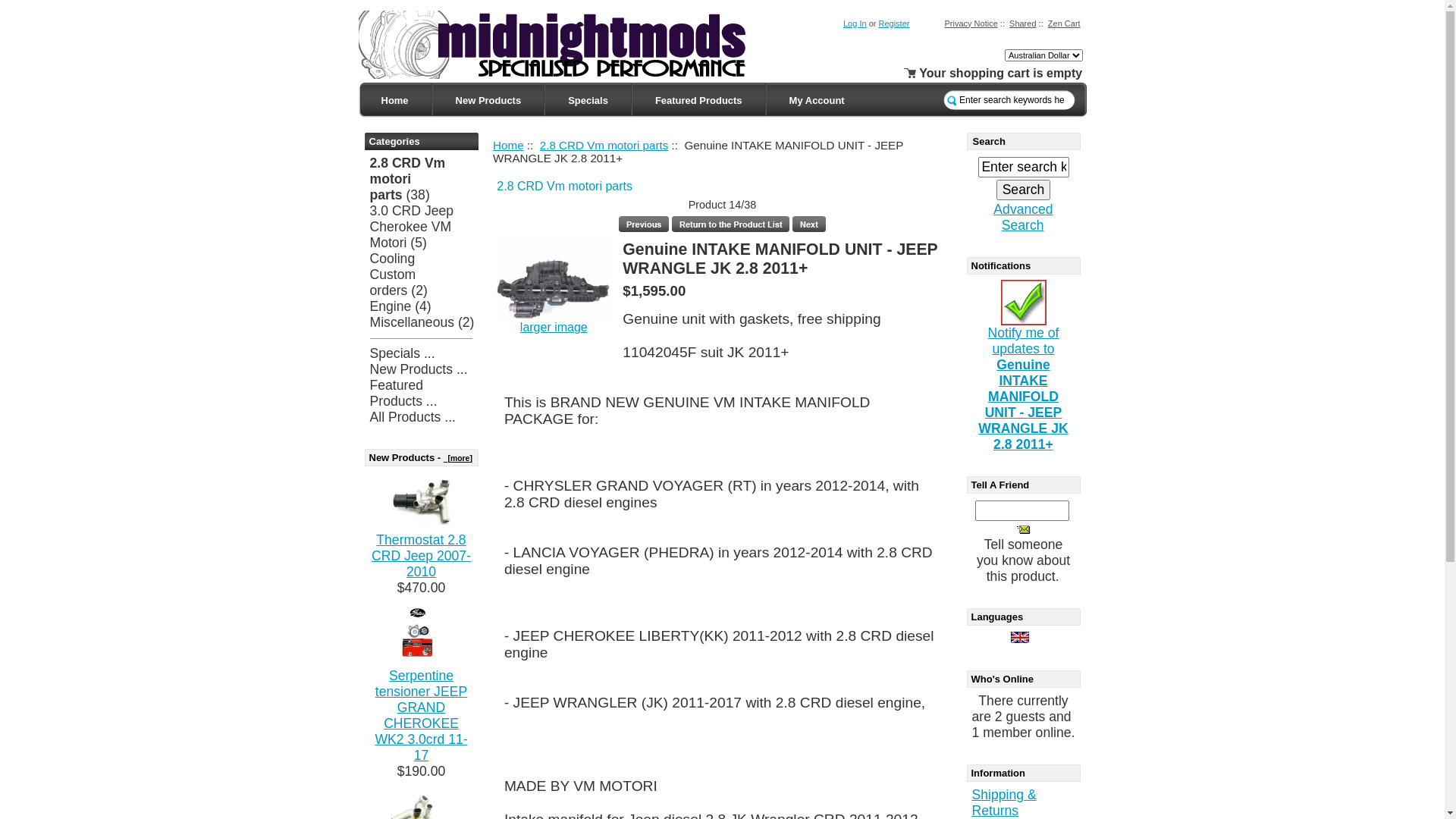 The height and width of the screenshot is (819, 1456). Describe the element at coordinates (603, 144) in the screenshot. I see `'2.8 CRD Vm motori parts'` at that location.